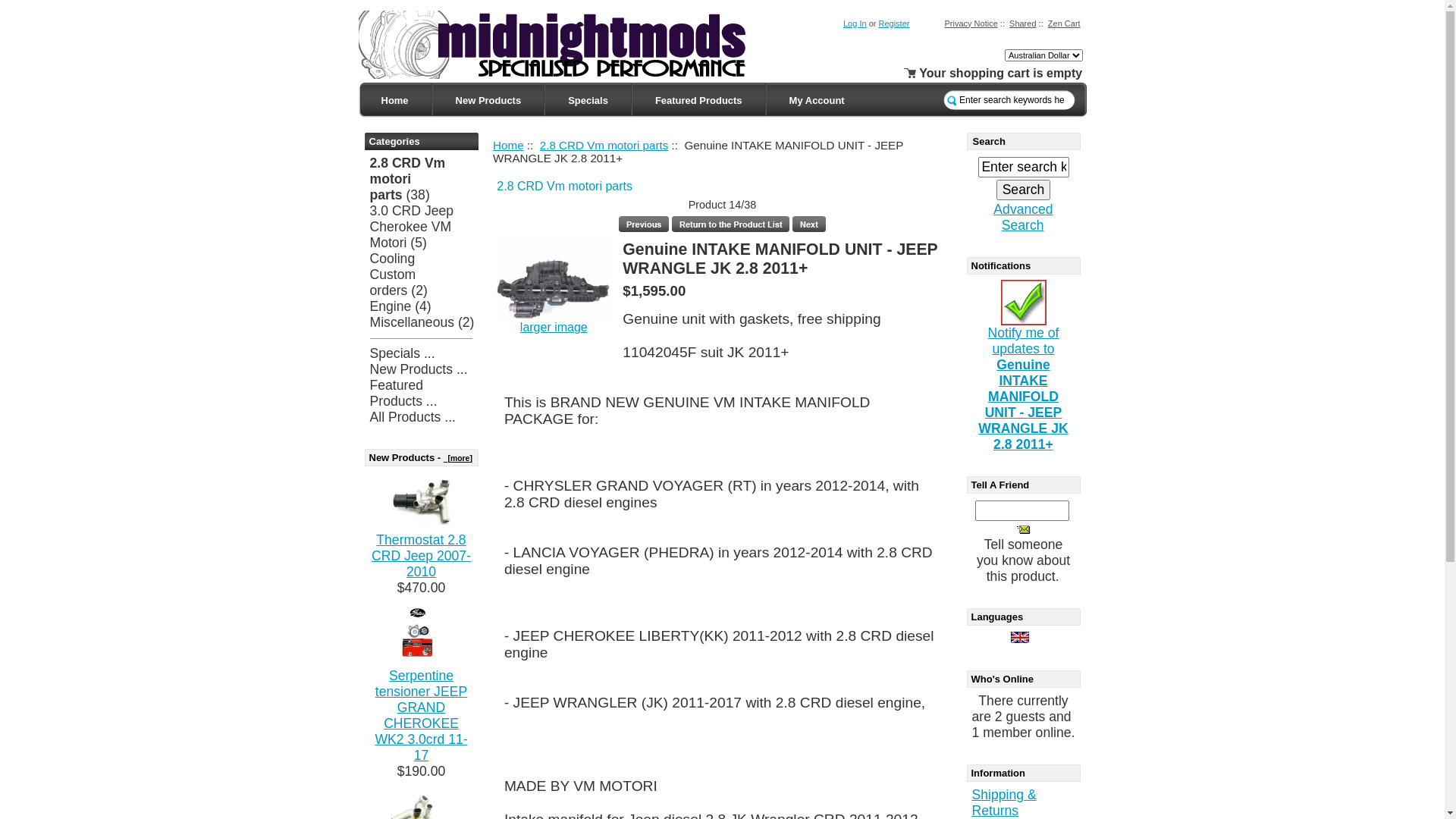 The height and width of the screenshot is (819, 1456). Describe the element at coordinates (603, 144) in the screenshot. I see `'2.8 CRD Vm motori parts'` at that location.